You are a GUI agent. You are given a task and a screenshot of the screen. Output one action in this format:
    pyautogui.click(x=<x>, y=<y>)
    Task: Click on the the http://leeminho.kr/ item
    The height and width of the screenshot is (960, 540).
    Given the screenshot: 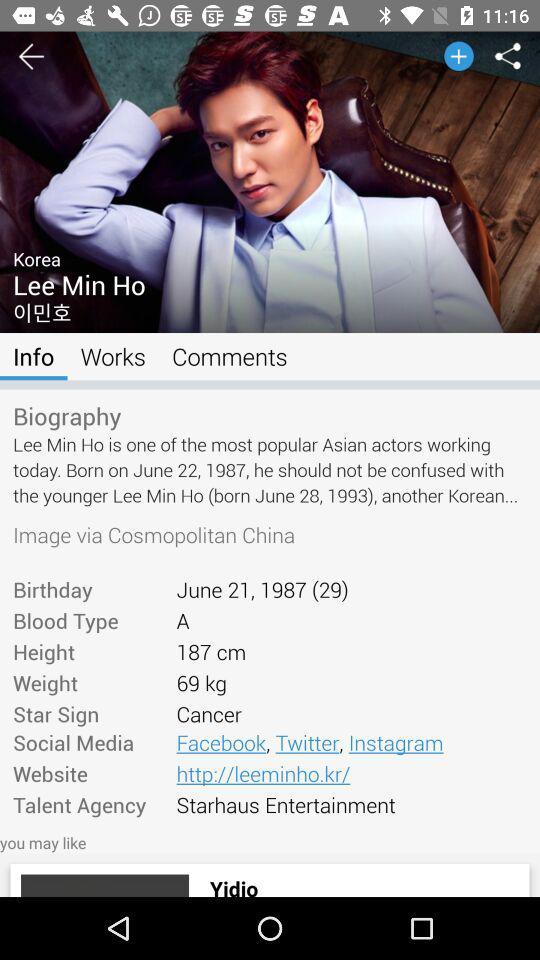 What is the action you would take?
    pyautogui.click(x=350, y=772)
    